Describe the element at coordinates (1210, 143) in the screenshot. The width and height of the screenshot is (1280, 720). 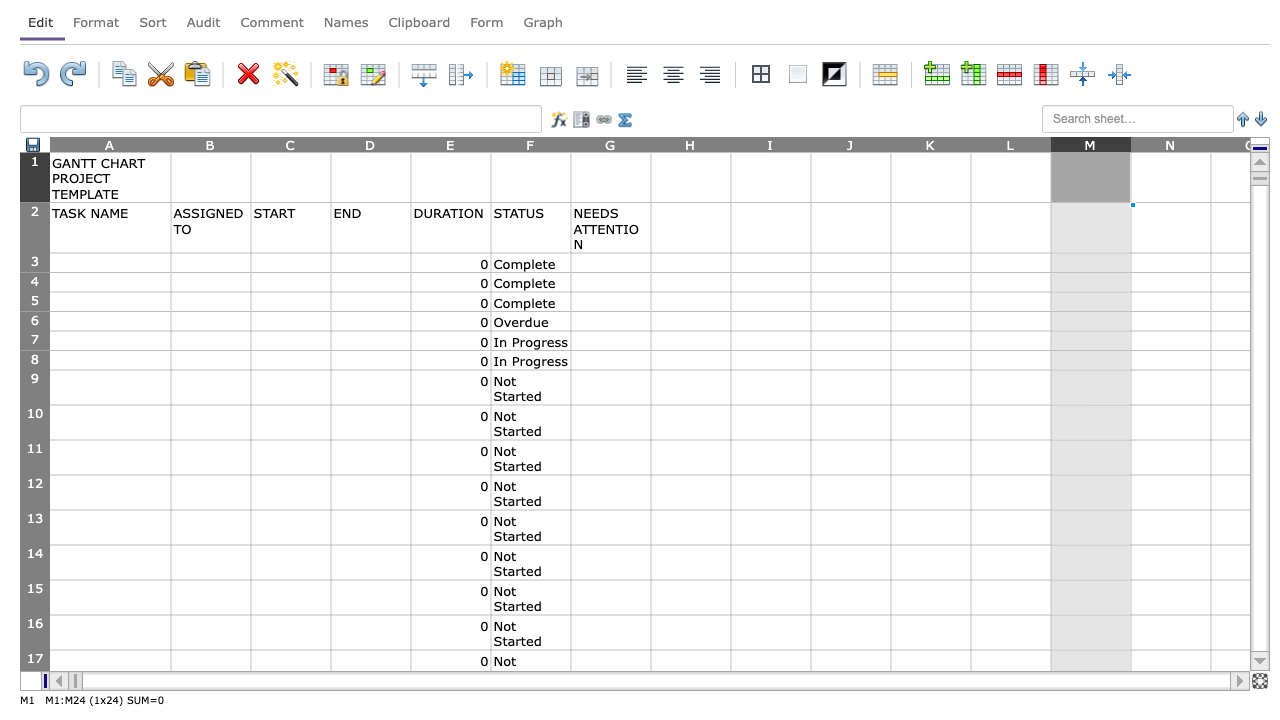
I see `the right edge of column N, for next step resizing the column` at that location.